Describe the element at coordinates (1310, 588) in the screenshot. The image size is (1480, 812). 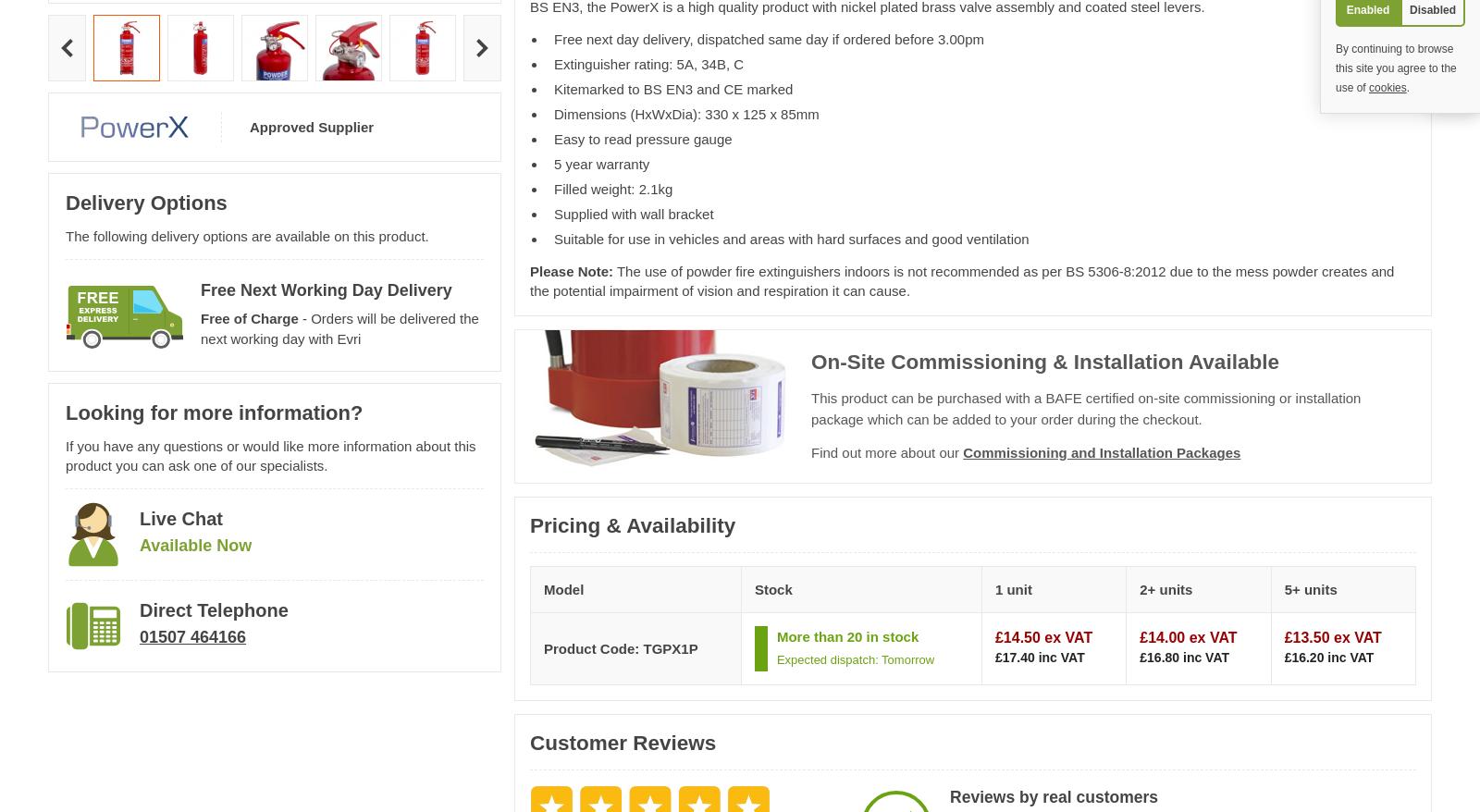
I see `'5+ units'` at that location.